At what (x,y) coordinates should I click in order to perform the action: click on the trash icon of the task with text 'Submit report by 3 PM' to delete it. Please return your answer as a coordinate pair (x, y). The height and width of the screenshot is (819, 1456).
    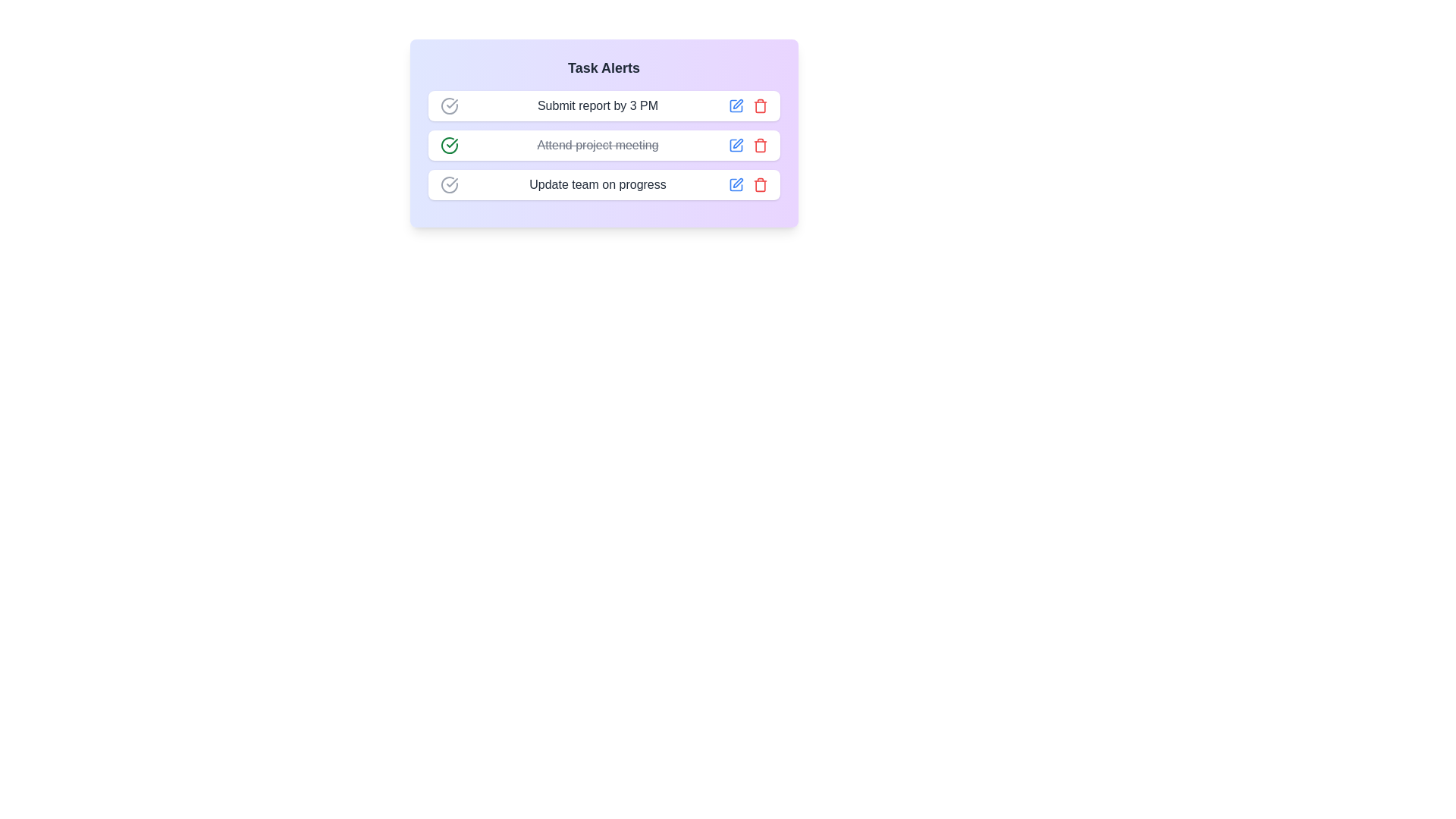
    Looking at the image, I should click on (760, 105).